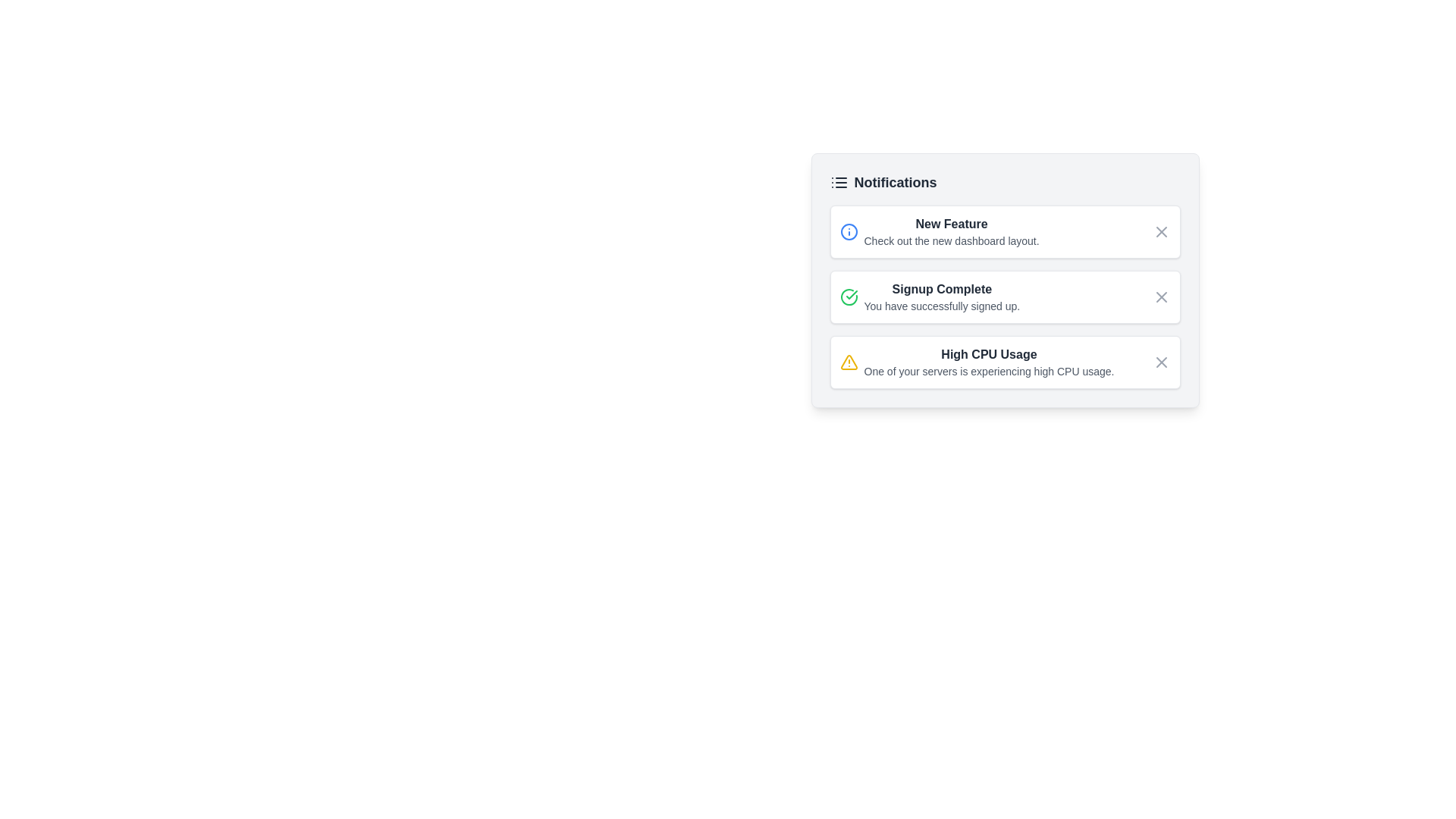  What do you see at coordinates (1160, 231) in the screenshot?
I see `the Close icon button located in the top-right corner of the notification section titled 'New Feature' to change its color to red` at bounding box center [1160, 231].